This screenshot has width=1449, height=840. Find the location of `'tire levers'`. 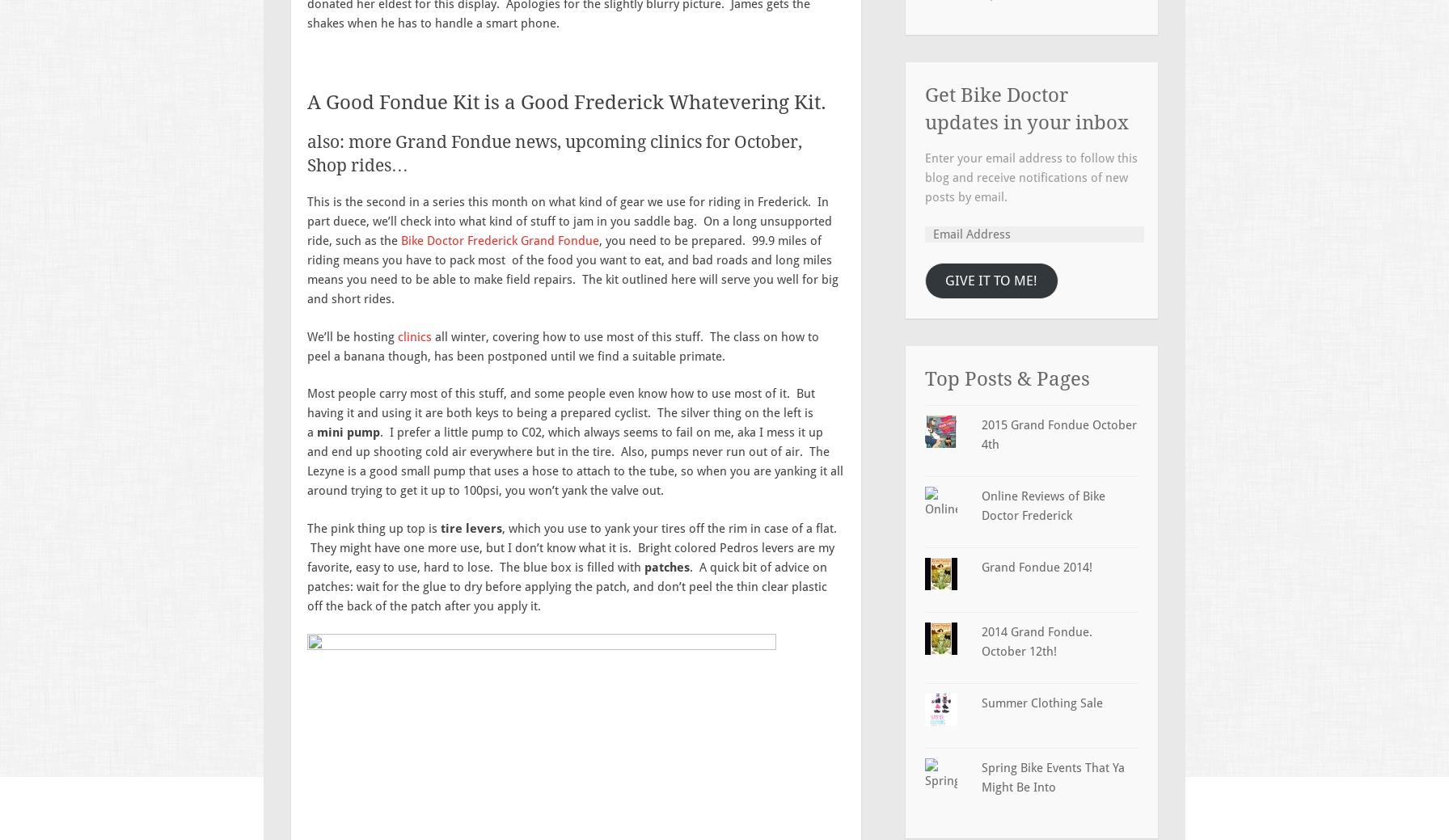

'tire levers' is located at coordinates (471, 528).